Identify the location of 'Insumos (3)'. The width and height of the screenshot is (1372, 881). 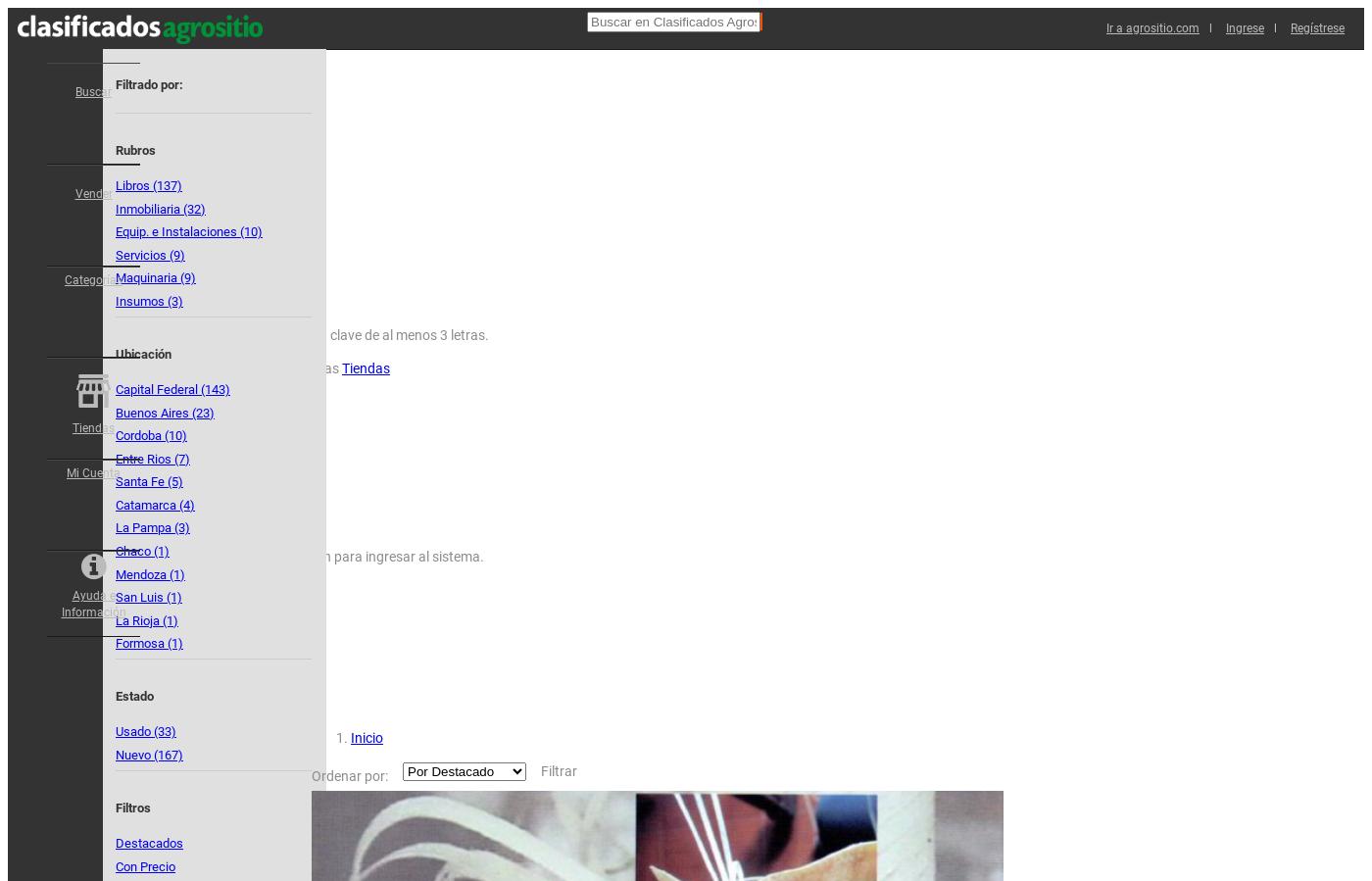
(149, 299).